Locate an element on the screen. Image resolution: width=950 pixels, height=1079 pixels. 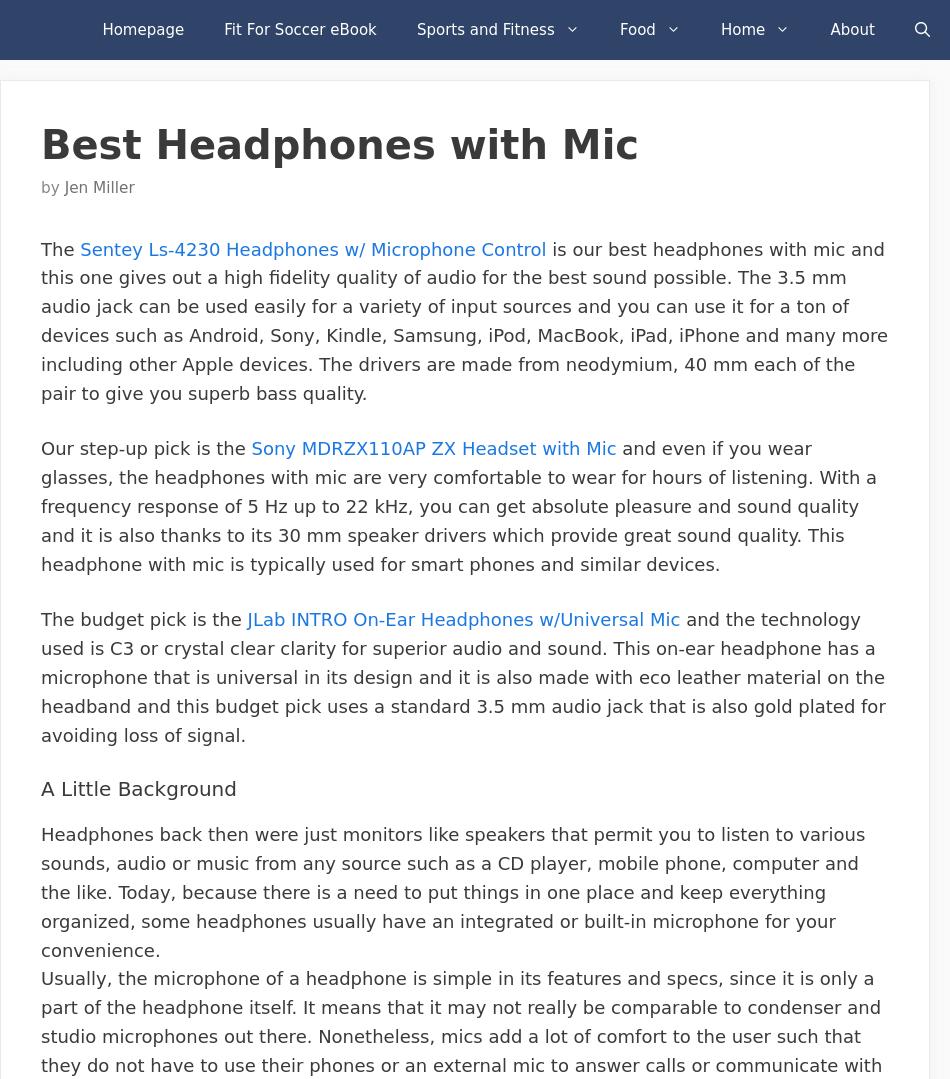
'Sony MDRZX110AP ZX Headset with Mic' is located at coordinates (432, 448).